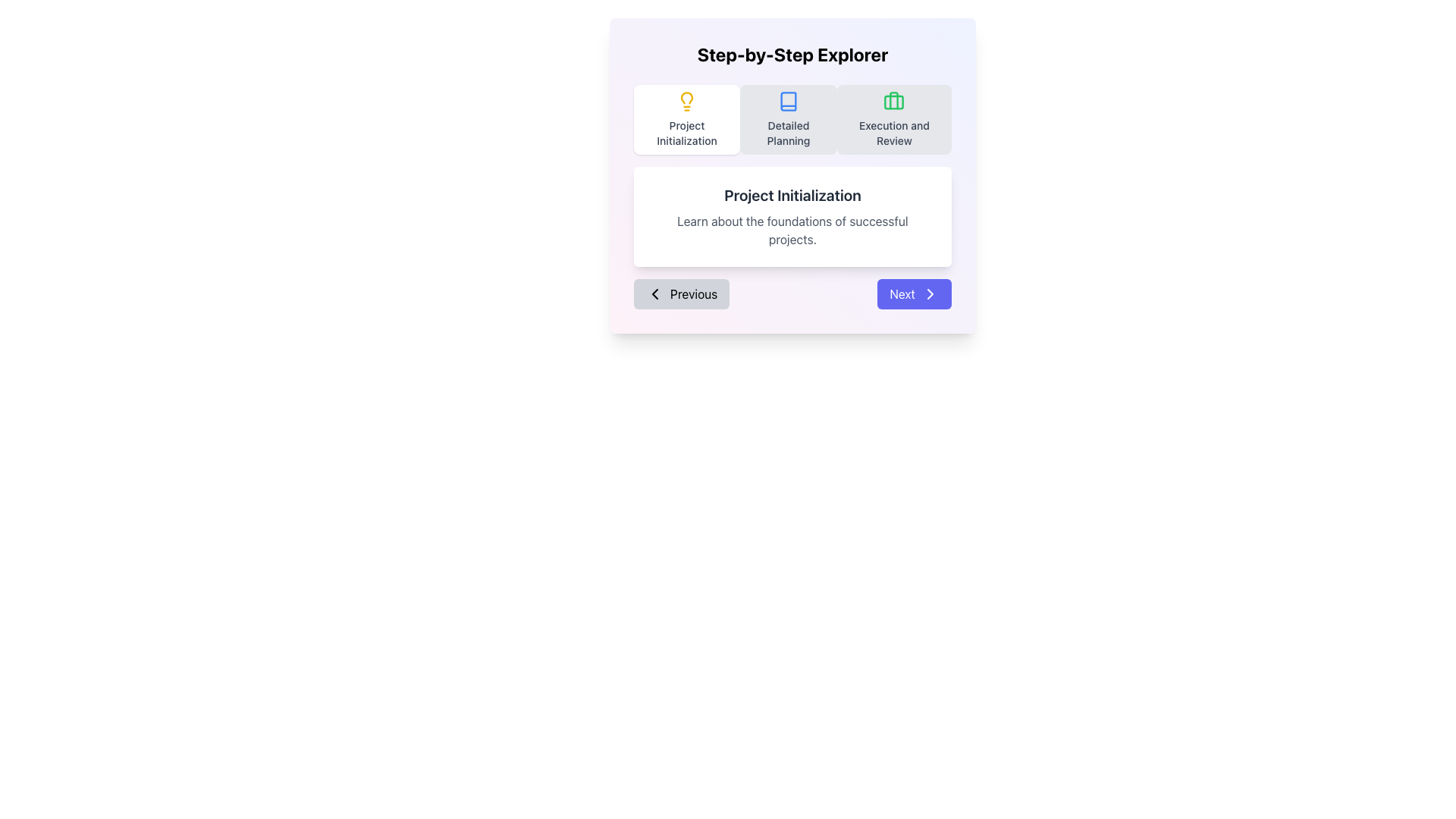 The height and width of the screenshot is (819, 1456). What do you see at coordinates (789, 119) in the screenshot?
I see `the 'Detailed Planning' button, which is the second button from the left in a row of three buttons, featuring a light gray background, rounded corners, and a blue icon resembling a book or folder above the label` at bounding box center [789, 119].